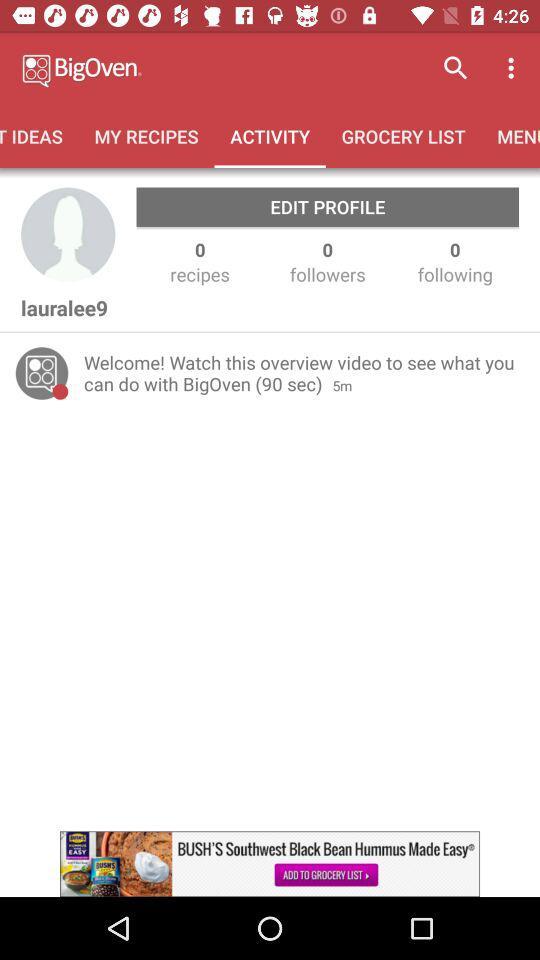 Image resolution: width=540 pixels, height=960 pixels. What do you see at coordinates (270, 863) in the screenshot?
I see `advertisement page` at bounding box center [270, 863].